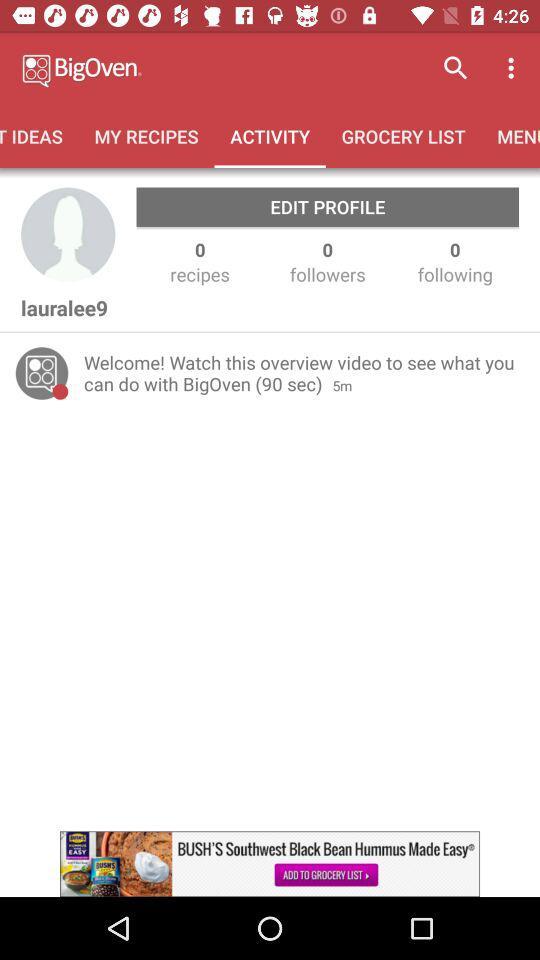 Image resolution: width=540 pixels, height=960 pixels. What do you see at coordinates (270, 863) in the screenshot?
I see `advertisement page` at bounding box center [270, 863].